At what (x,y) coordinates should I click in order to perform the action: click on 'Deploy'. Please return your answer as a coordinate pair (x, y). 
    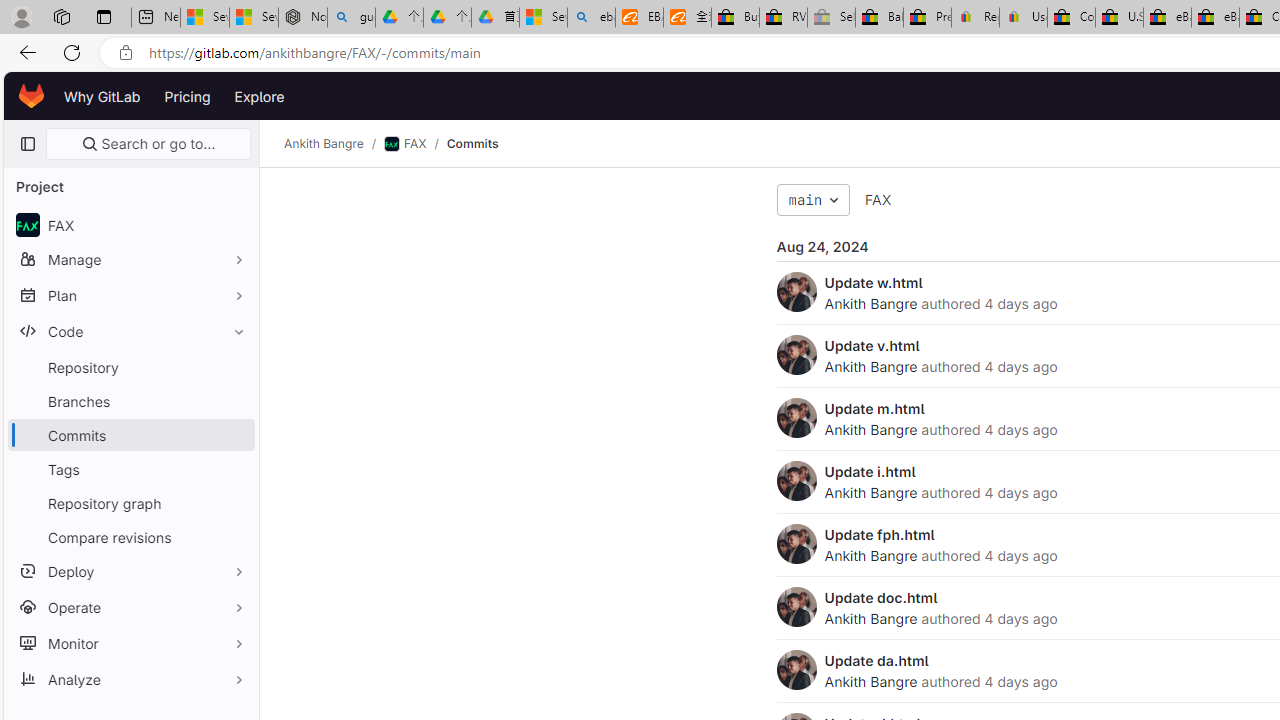
    Looking at the image, I should click on (130, 570).